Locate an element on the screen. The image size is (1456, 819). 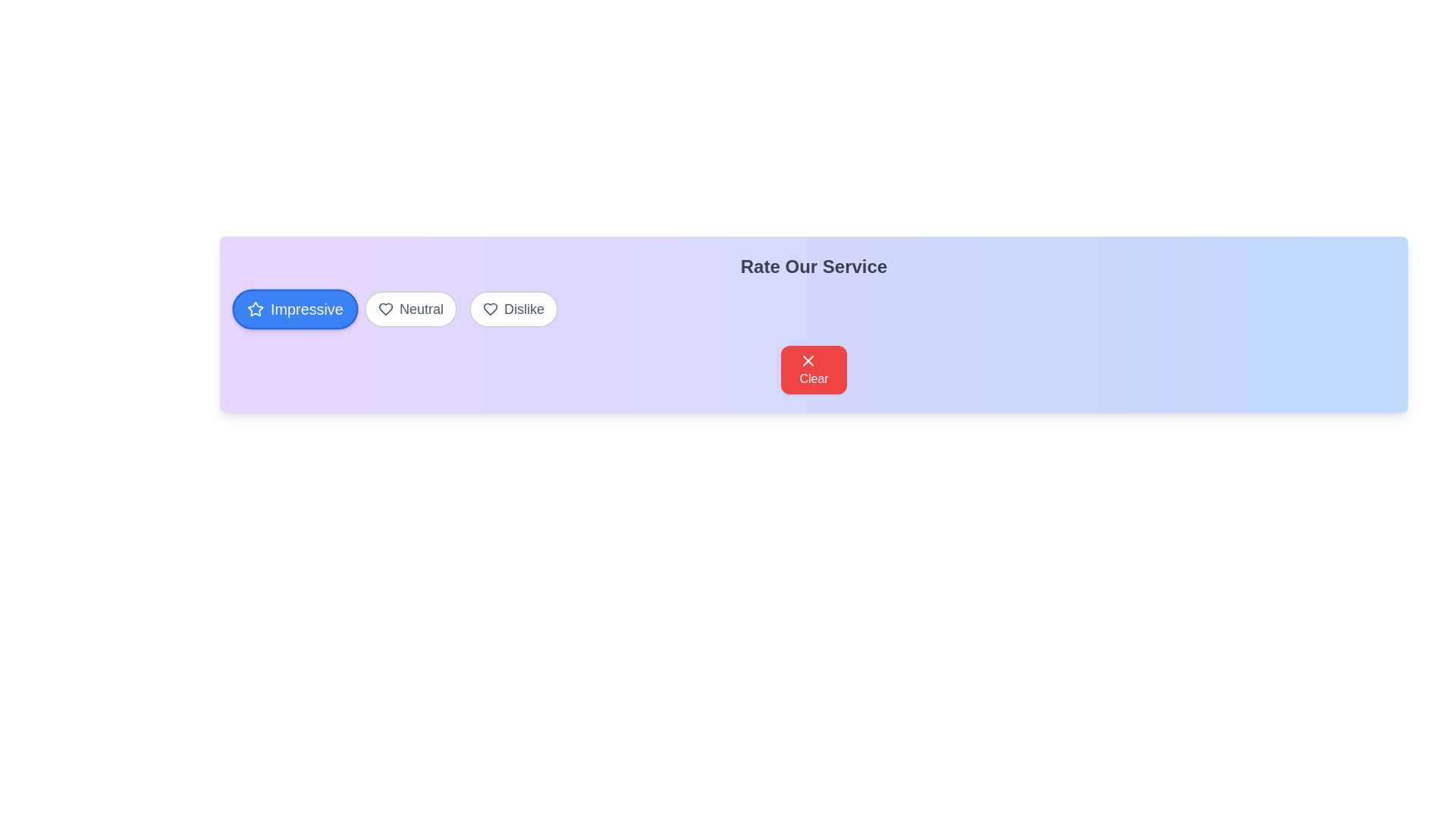
the rating option Impressive by clicking on its corresponding button is located at coordinates (295, 309).